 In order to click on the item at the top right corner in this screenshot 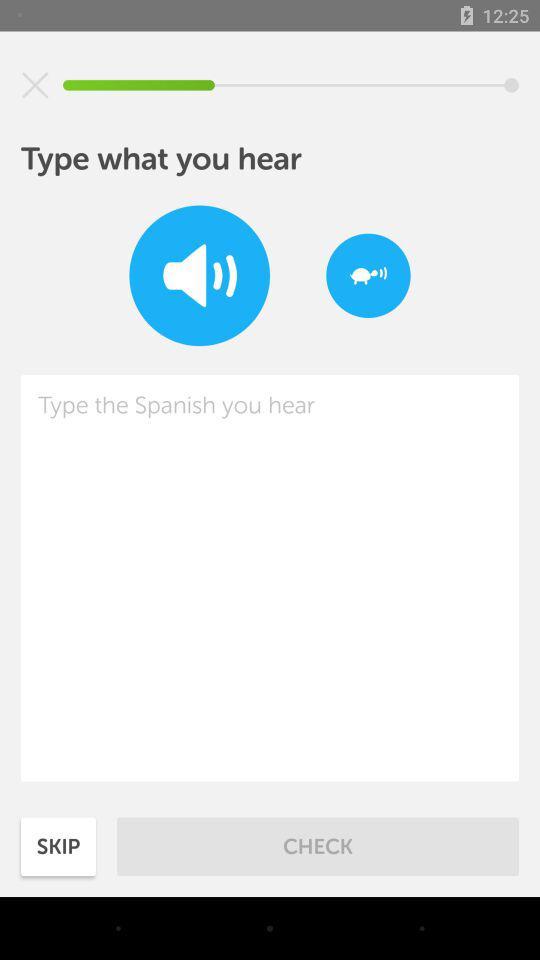, I will do `click(367, 274)`.